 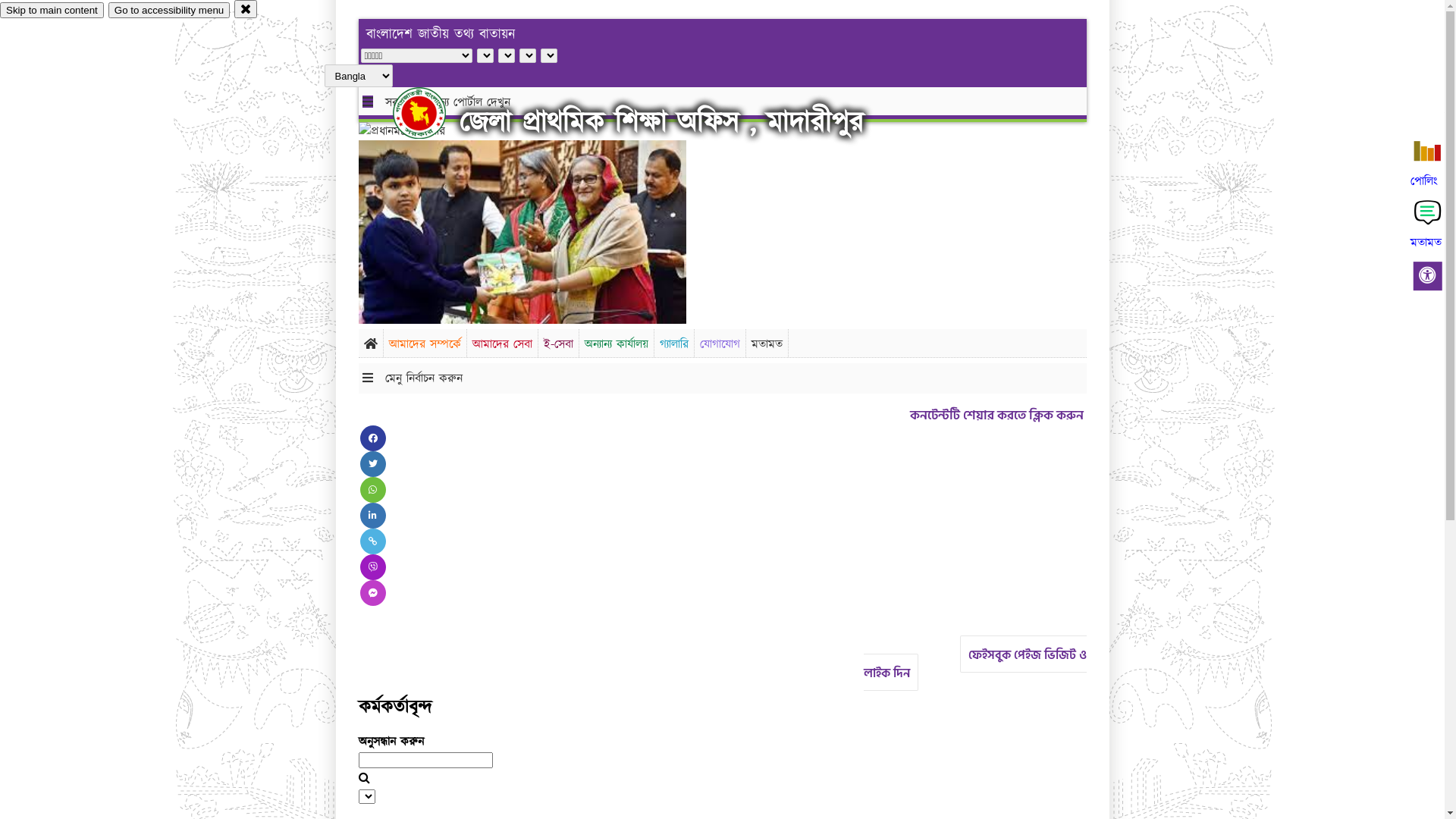 What do you see at coordinates (52, 10) in the screenshot?
I see `'Skip to main content'` at bounding box center [52, 10].